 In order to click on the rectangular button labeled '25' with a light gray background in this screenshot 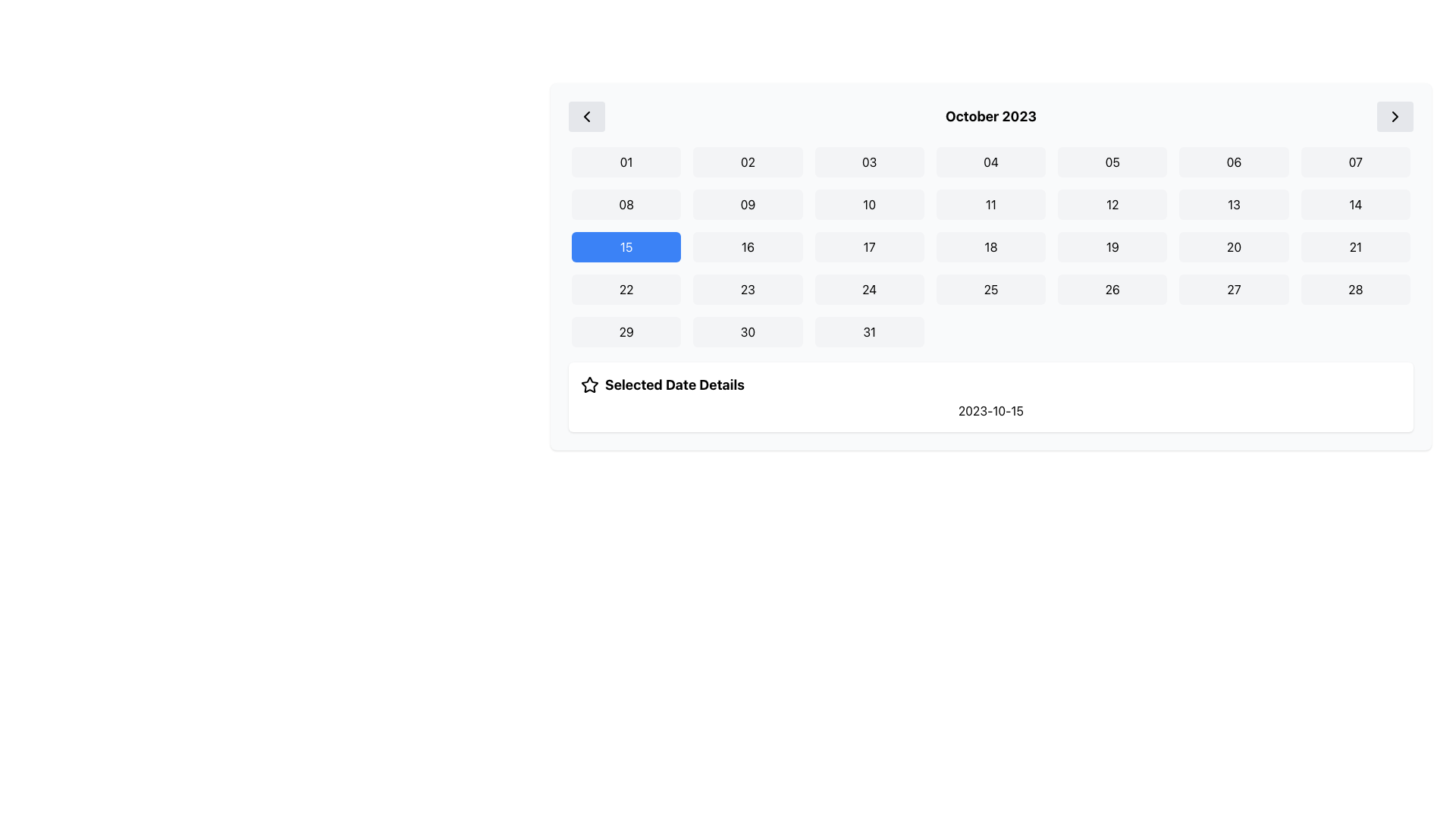, I will do `click(990, 289)`.